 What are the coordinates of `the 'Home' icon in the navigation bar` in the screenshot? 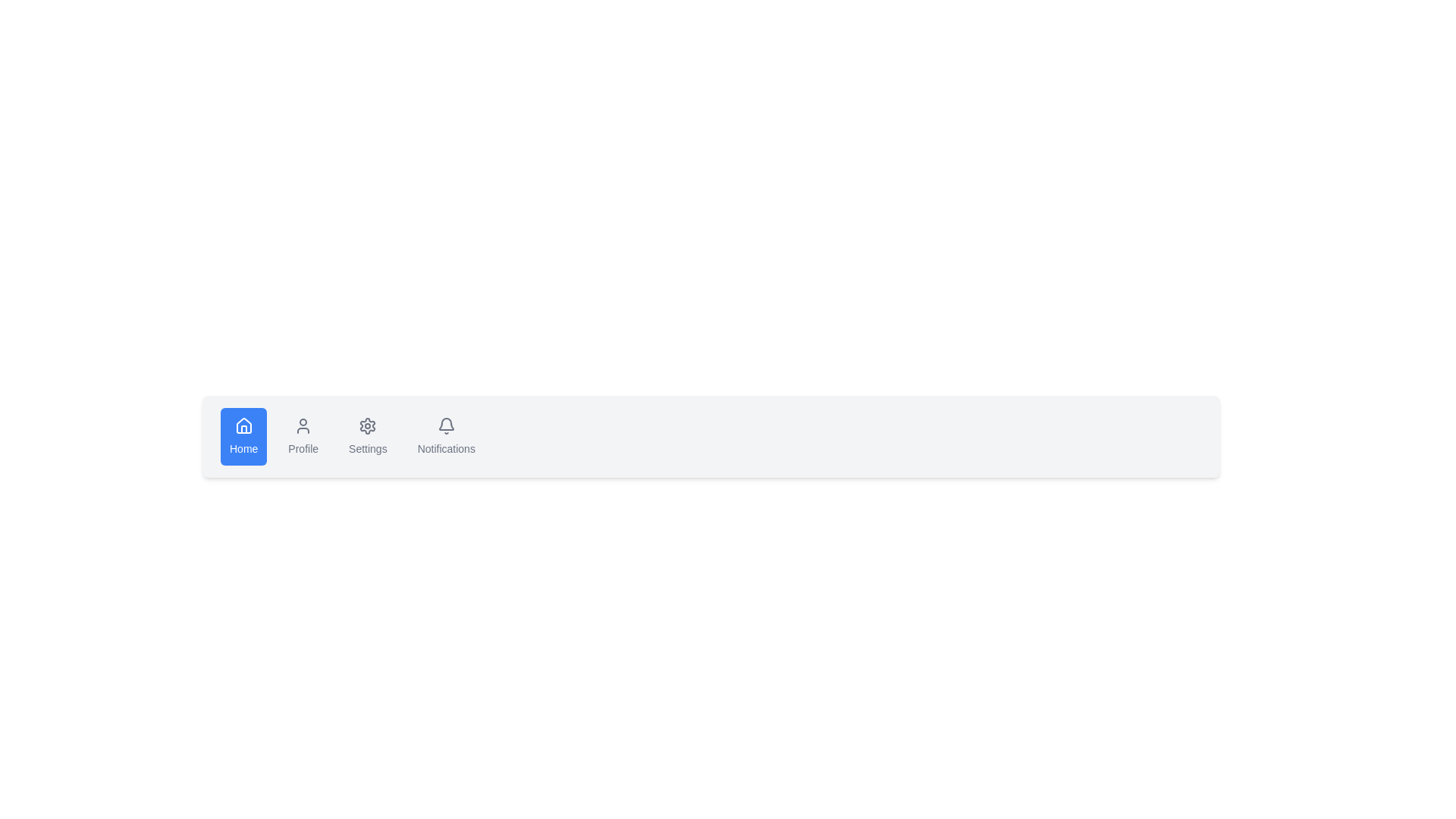 It's located at (243, 426).